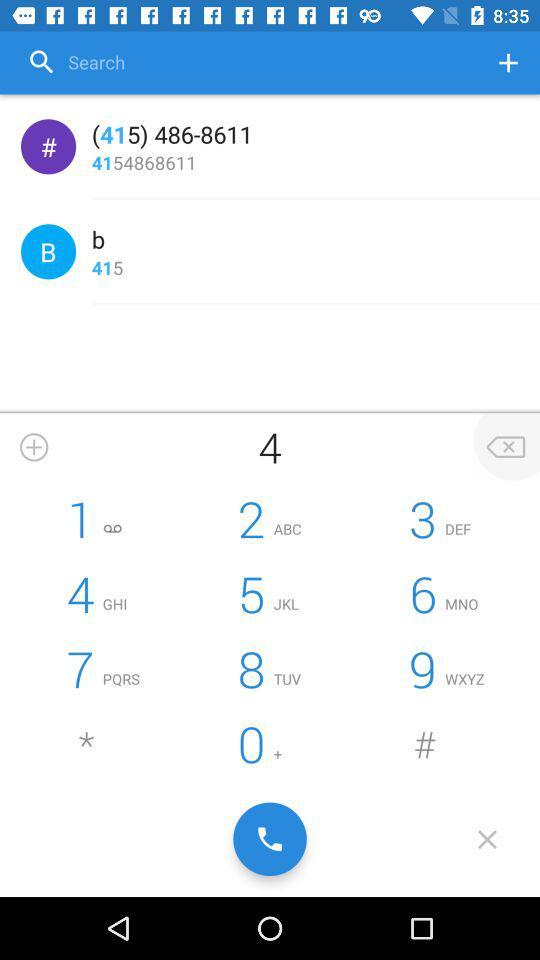  I want to click on a number, so click(33, 447).